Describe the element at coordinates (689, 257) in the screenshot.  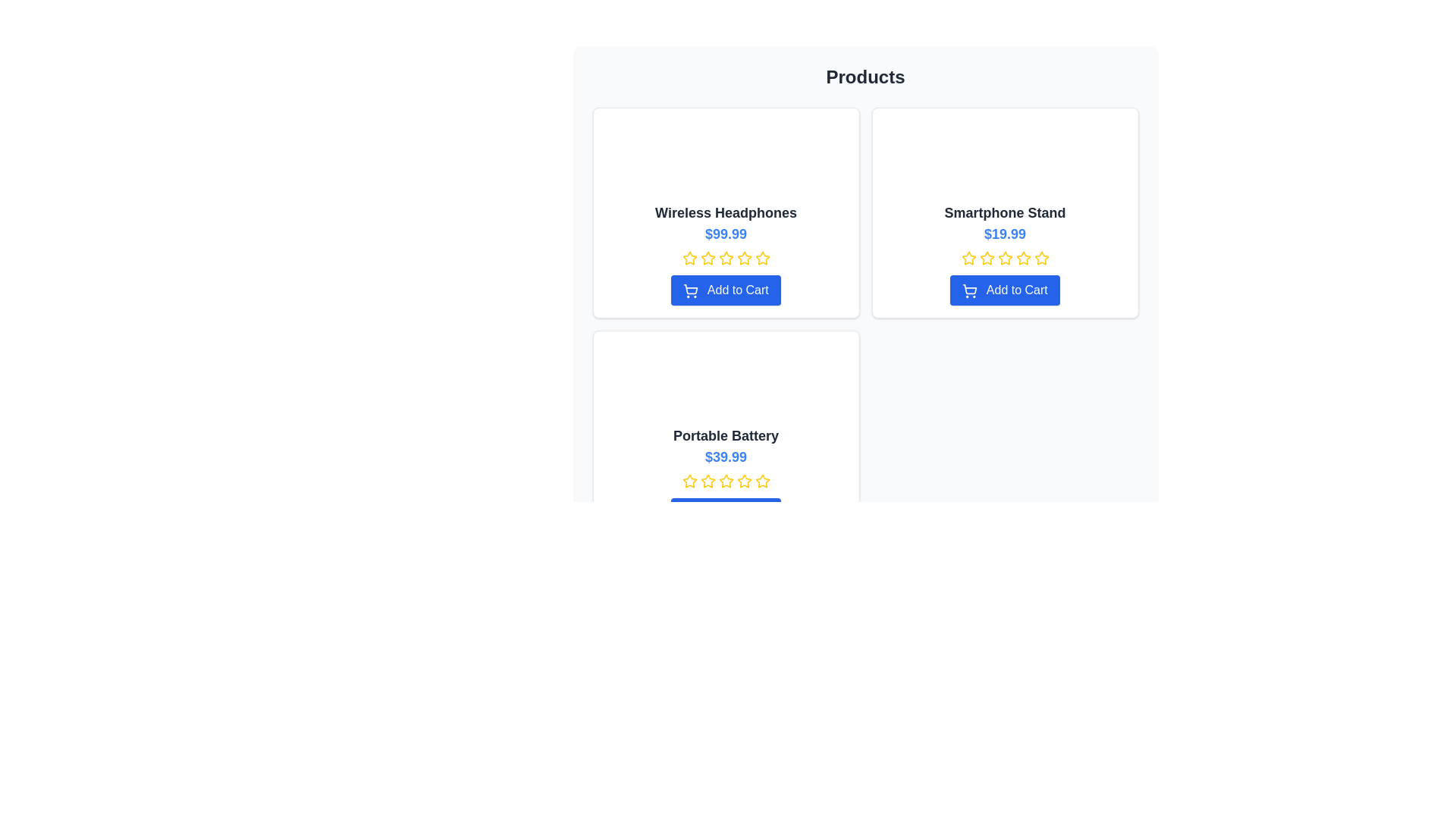
I see `the first interactive SVG star icon for the 'Wireless Headphones' product to enable accessibility navigation` at that location.